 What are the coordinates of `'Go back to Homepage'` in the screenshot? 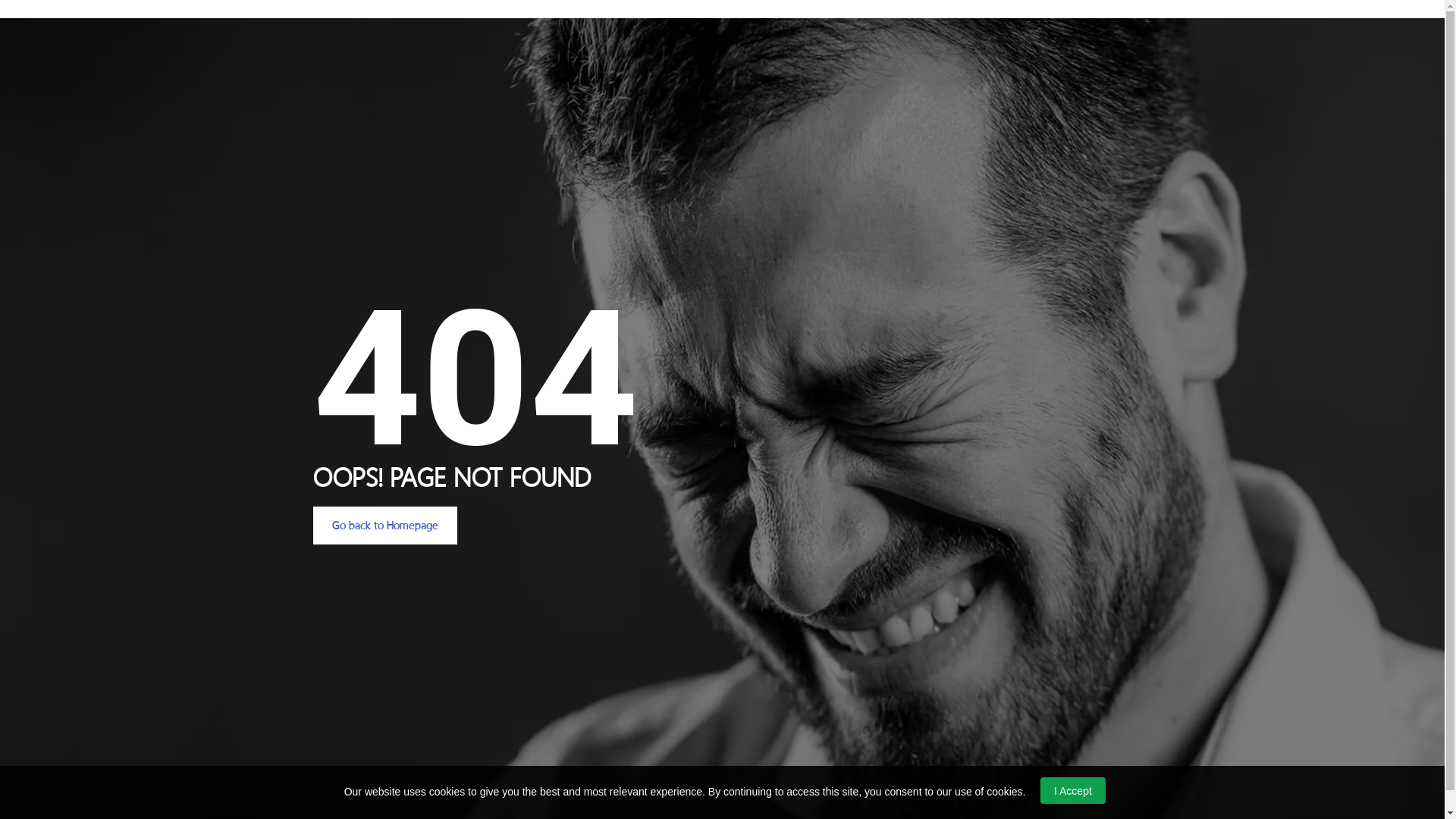 It's located at (384, 525).